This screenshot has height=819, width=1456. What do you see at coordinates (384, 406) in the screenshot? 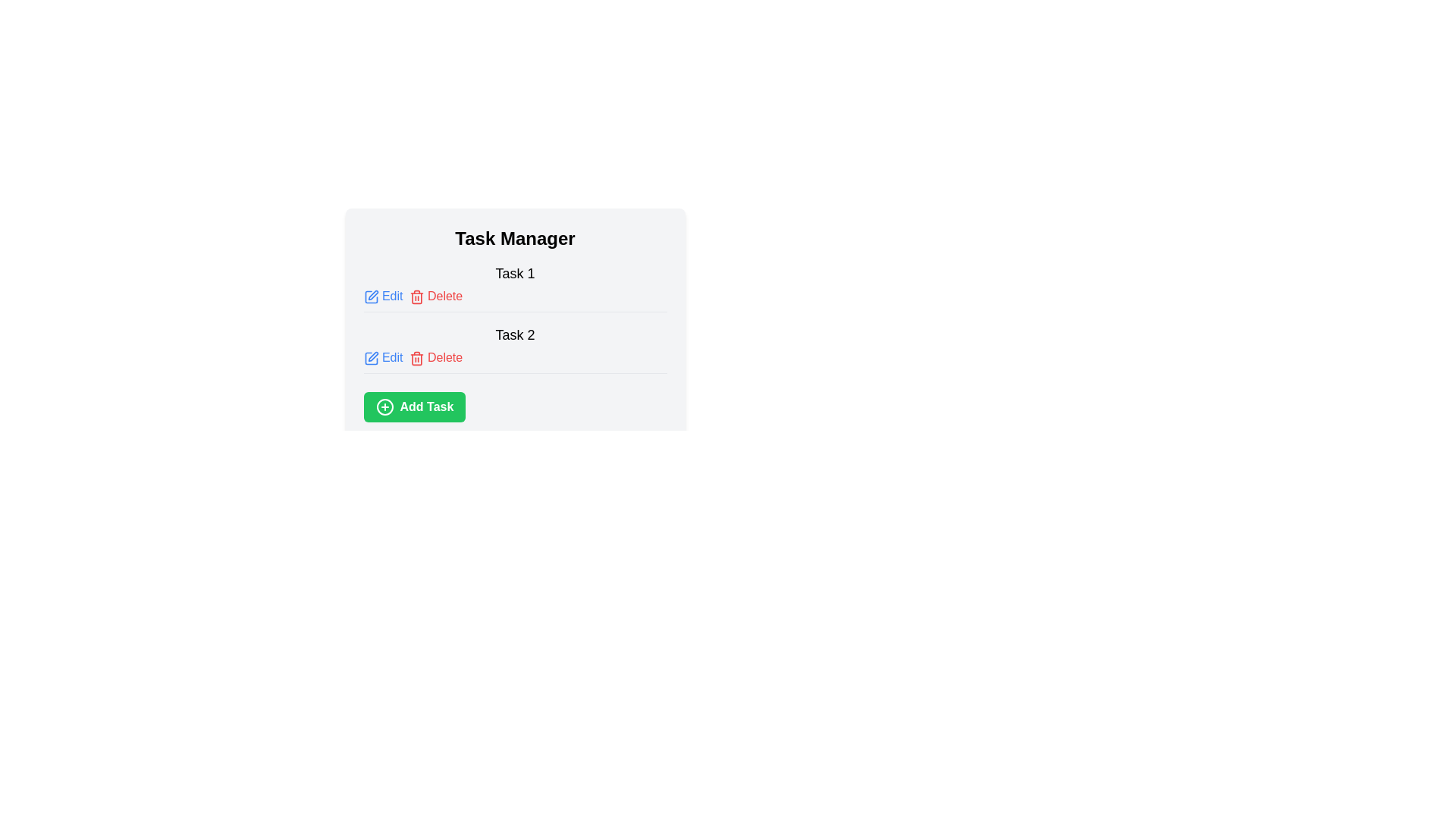
I see `the green circular icon with a white plus sign inside, which is the leftmost component of the 'Add Task' button in the 'Task Manager' interface` at bounding box center [384, 406].